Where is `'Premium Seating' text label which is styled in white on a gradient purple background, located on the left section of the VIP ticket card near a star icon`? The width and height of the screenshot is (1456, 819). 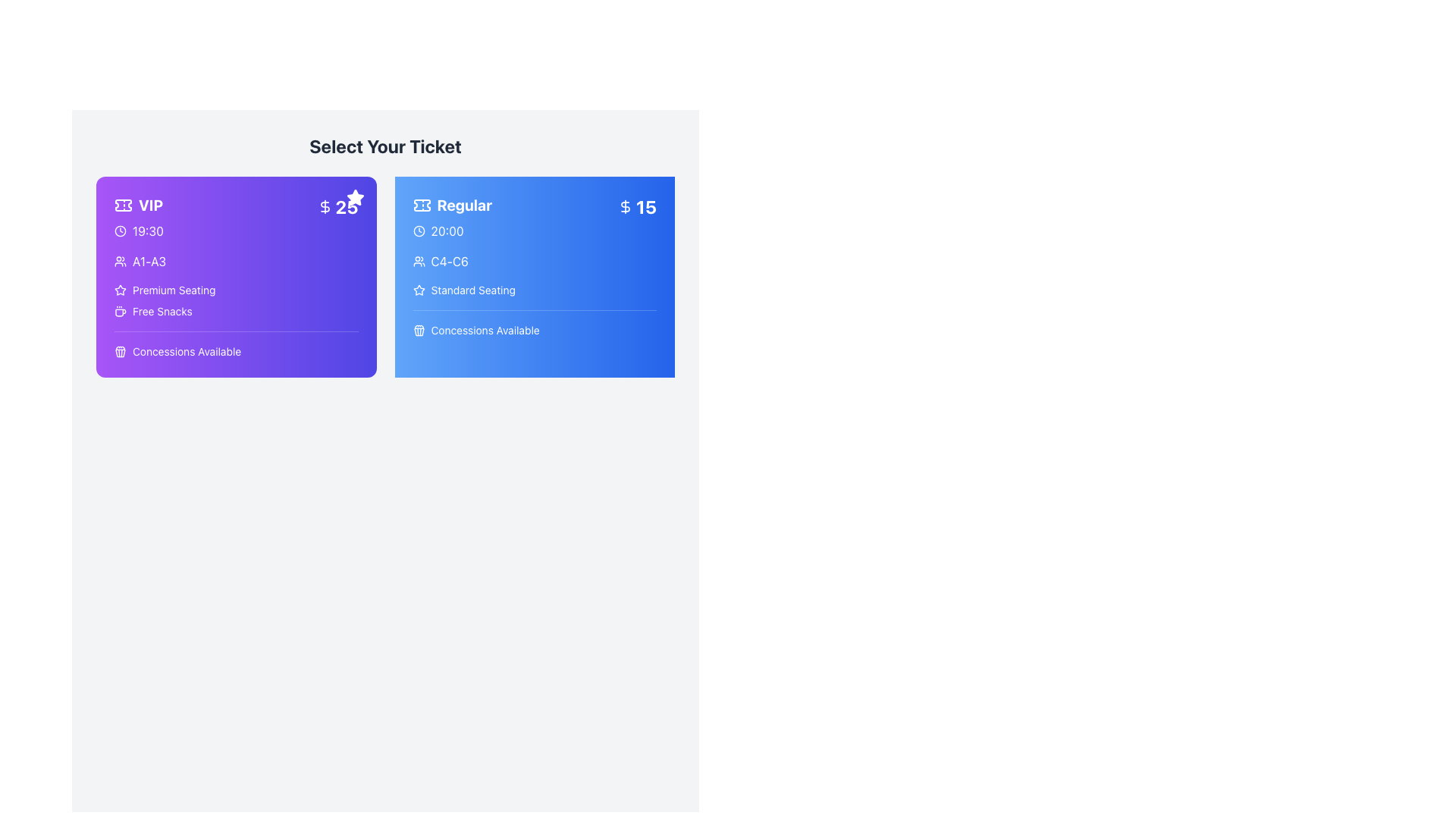 'Premium Seating' text label which is styled in white on a gradient purple background, located on the left section of the VIP ticket card near a star icon is located at coordinates (174, 290).